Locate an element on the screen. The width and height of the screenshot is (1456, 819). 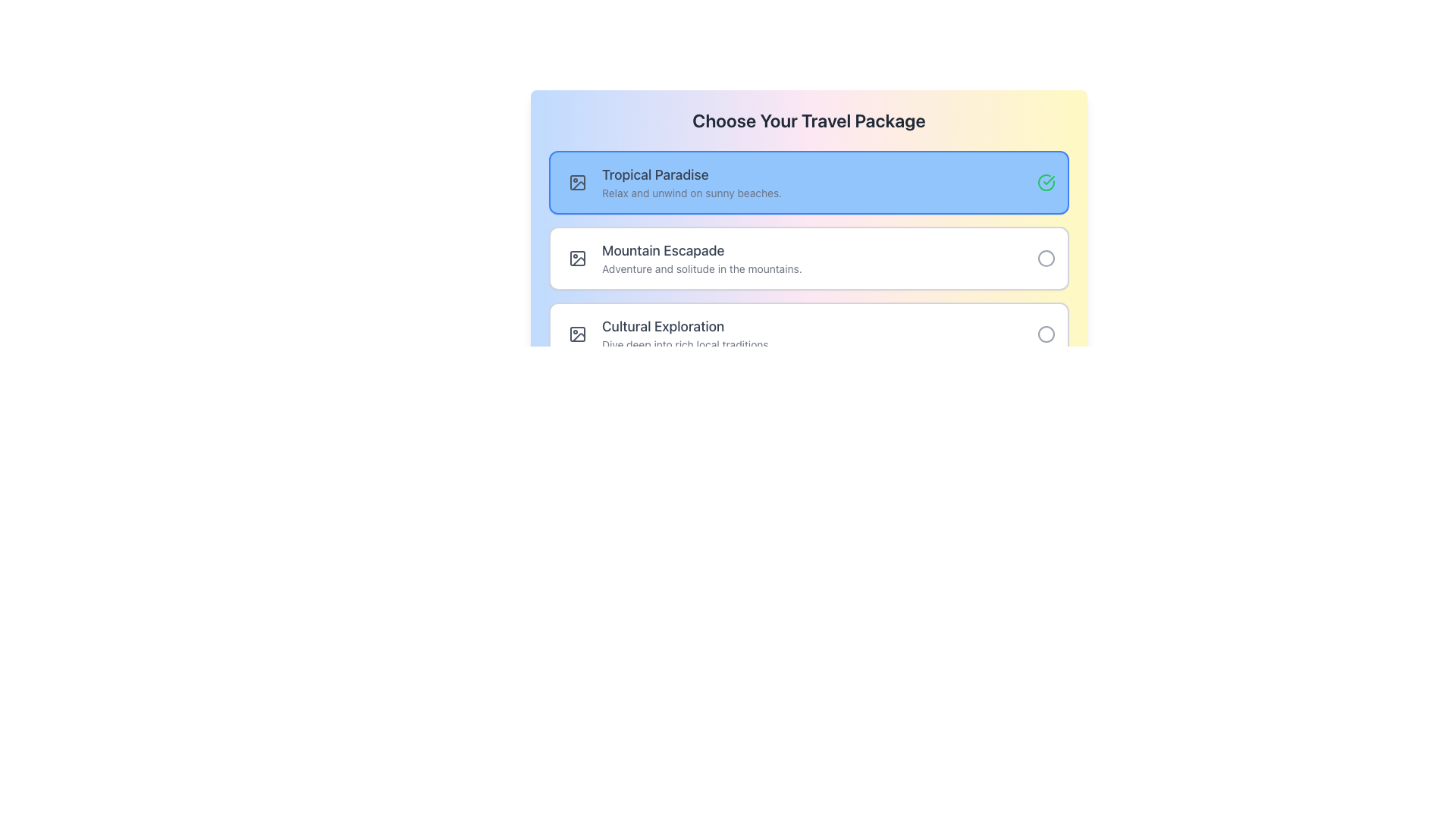
the icon associated with the selection of the 'Mountain Escapade' option, which is located in the second item of a vertical list is located at coordinates (1046, 257).